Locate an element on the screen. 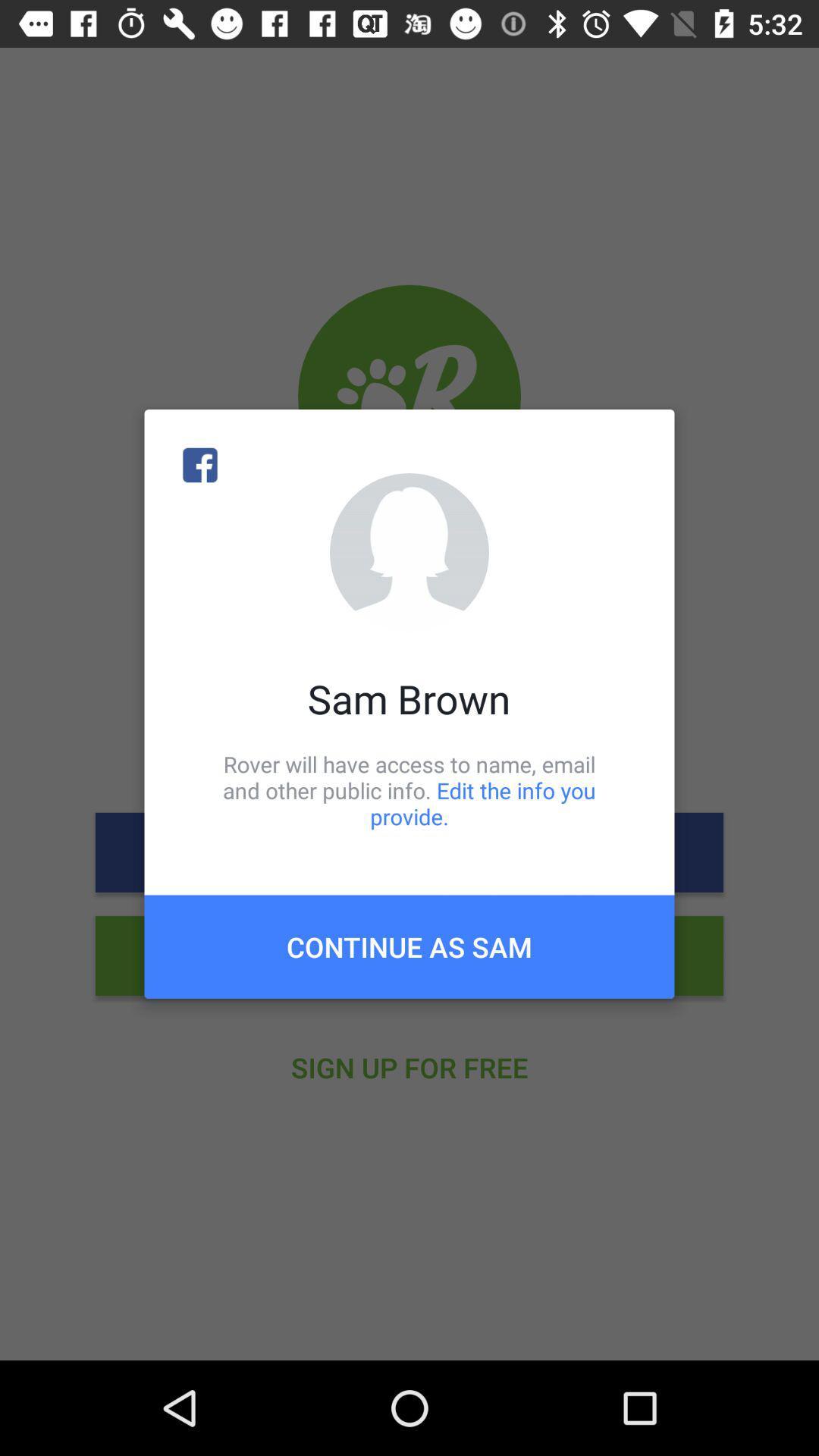 The image size is (819, 1456). item below sam brown icon is located at coordinates (409, 789).